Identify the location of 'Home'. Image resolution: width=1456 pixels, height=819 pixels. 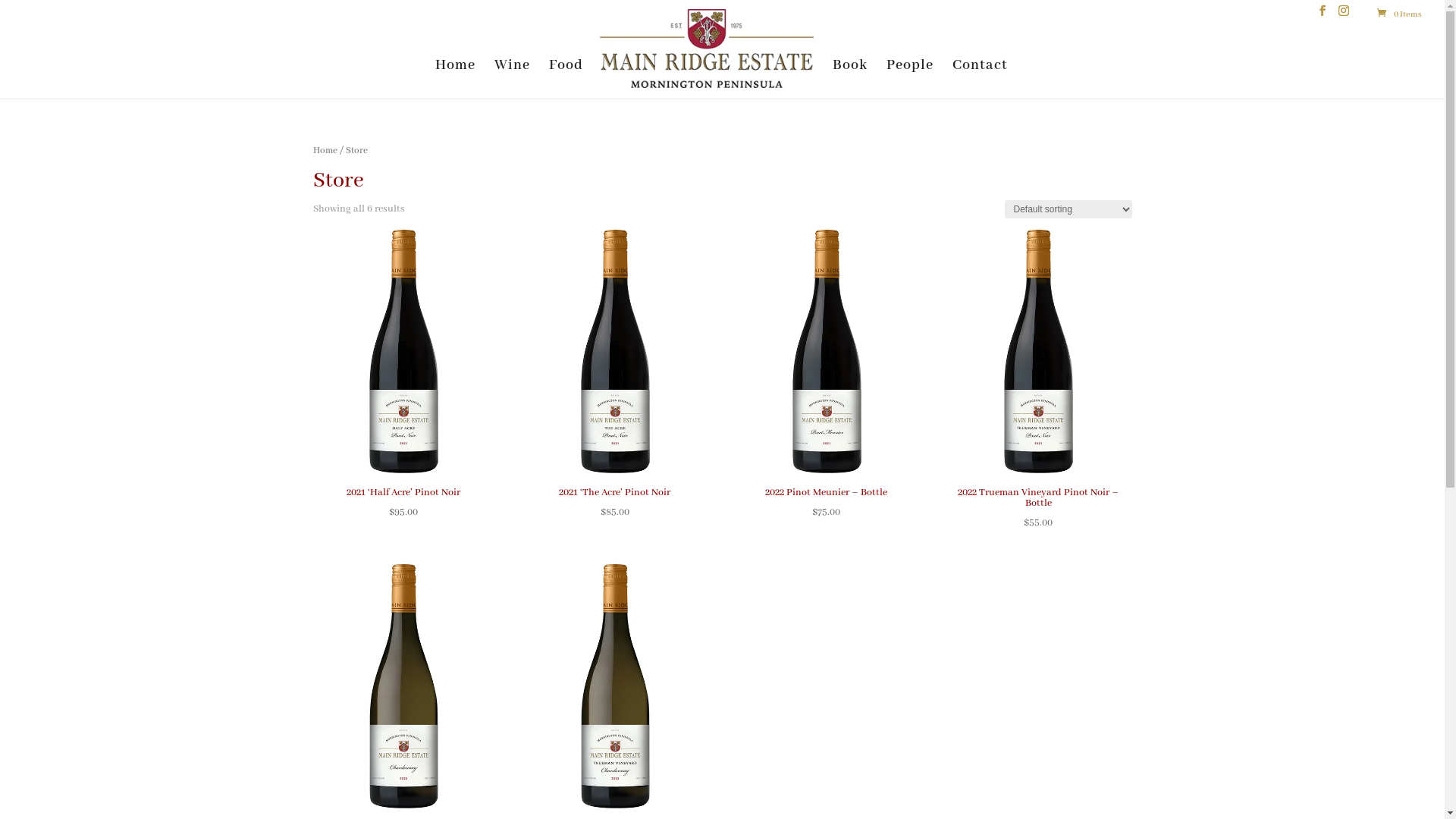
(454, 76).